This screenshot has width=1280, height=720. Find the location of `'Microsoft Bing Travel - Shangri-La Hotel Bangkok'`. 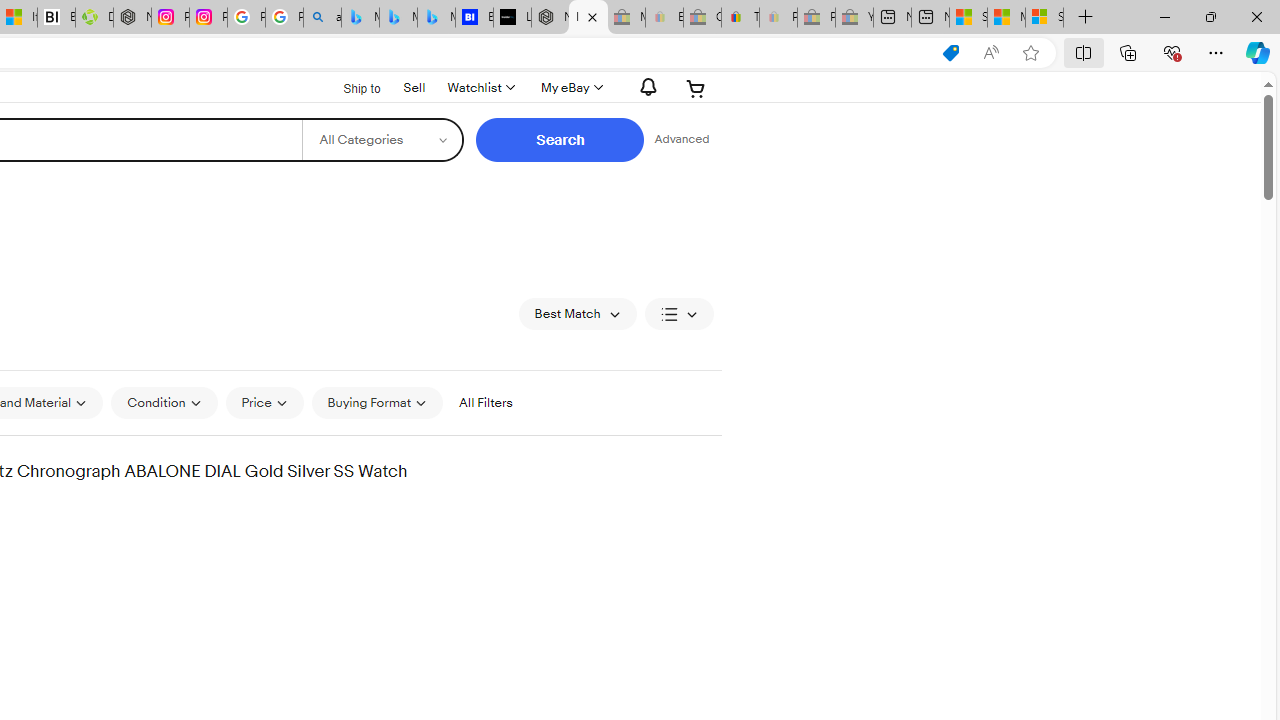

'Microsoft Bing Travel - Shangri-La Hotel Bangkok' is located at coordinates (435, 17).